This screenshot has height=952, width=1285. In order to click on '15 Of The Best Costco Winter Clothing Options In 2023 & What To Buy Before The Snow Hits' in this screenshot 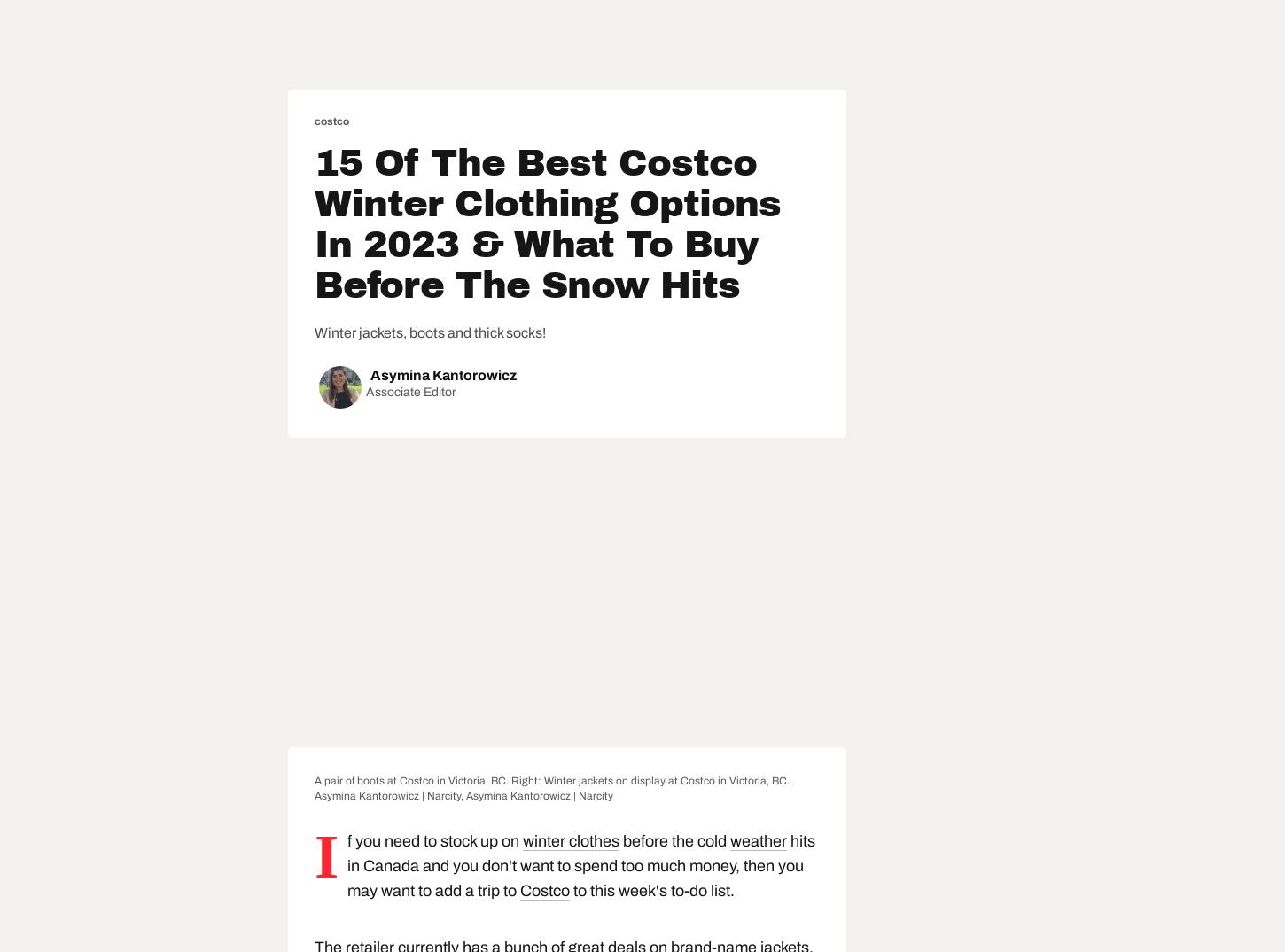, I will do `click(546, 222)`.